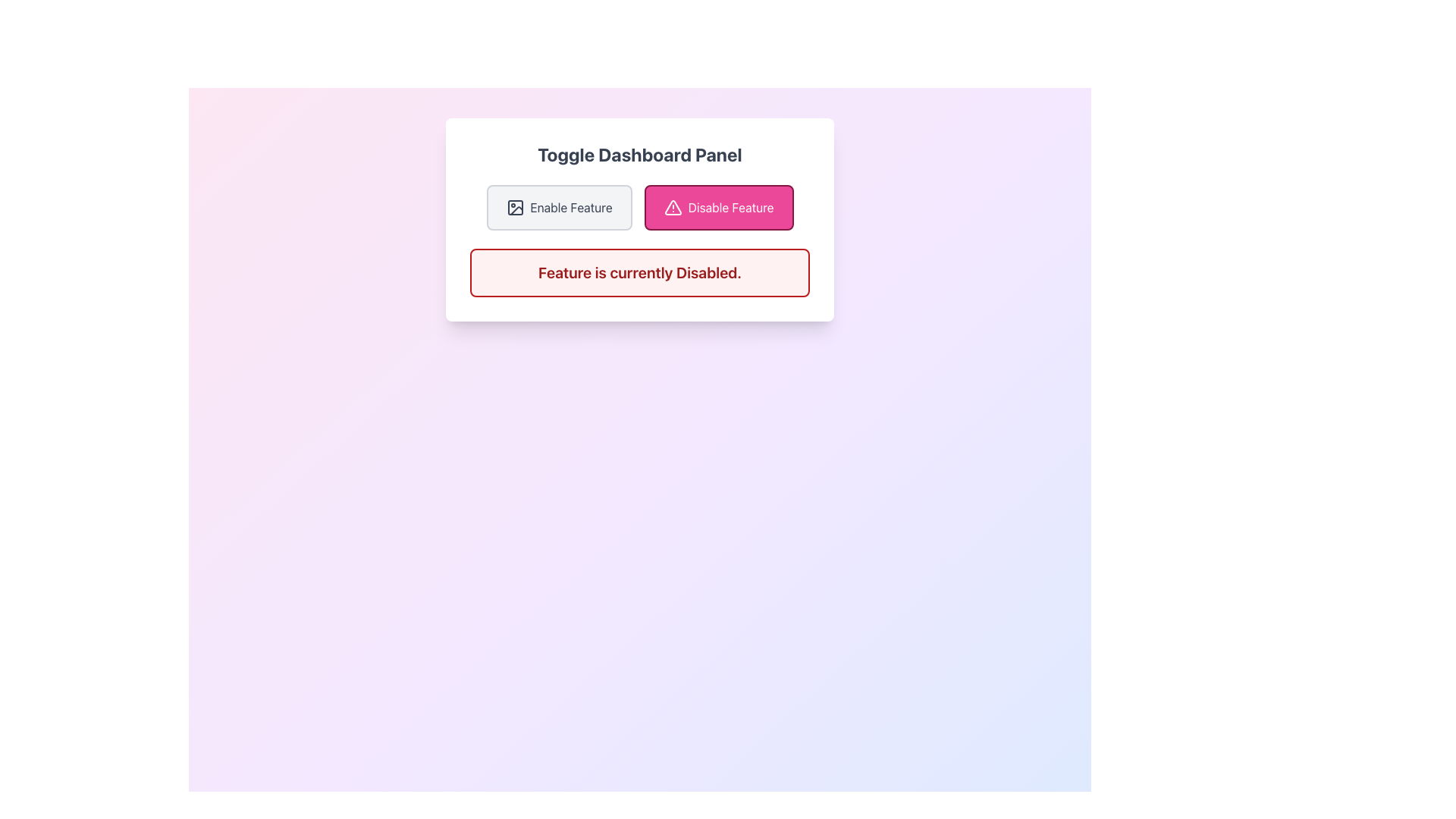  What do you see at coordinates (515, 207) in the screenshot?
I see `the decorative SVG rectangle that serves as the outermost part of the icon in the button to the left of the 'Enable Feature' text` at bounding box center [515, 207].